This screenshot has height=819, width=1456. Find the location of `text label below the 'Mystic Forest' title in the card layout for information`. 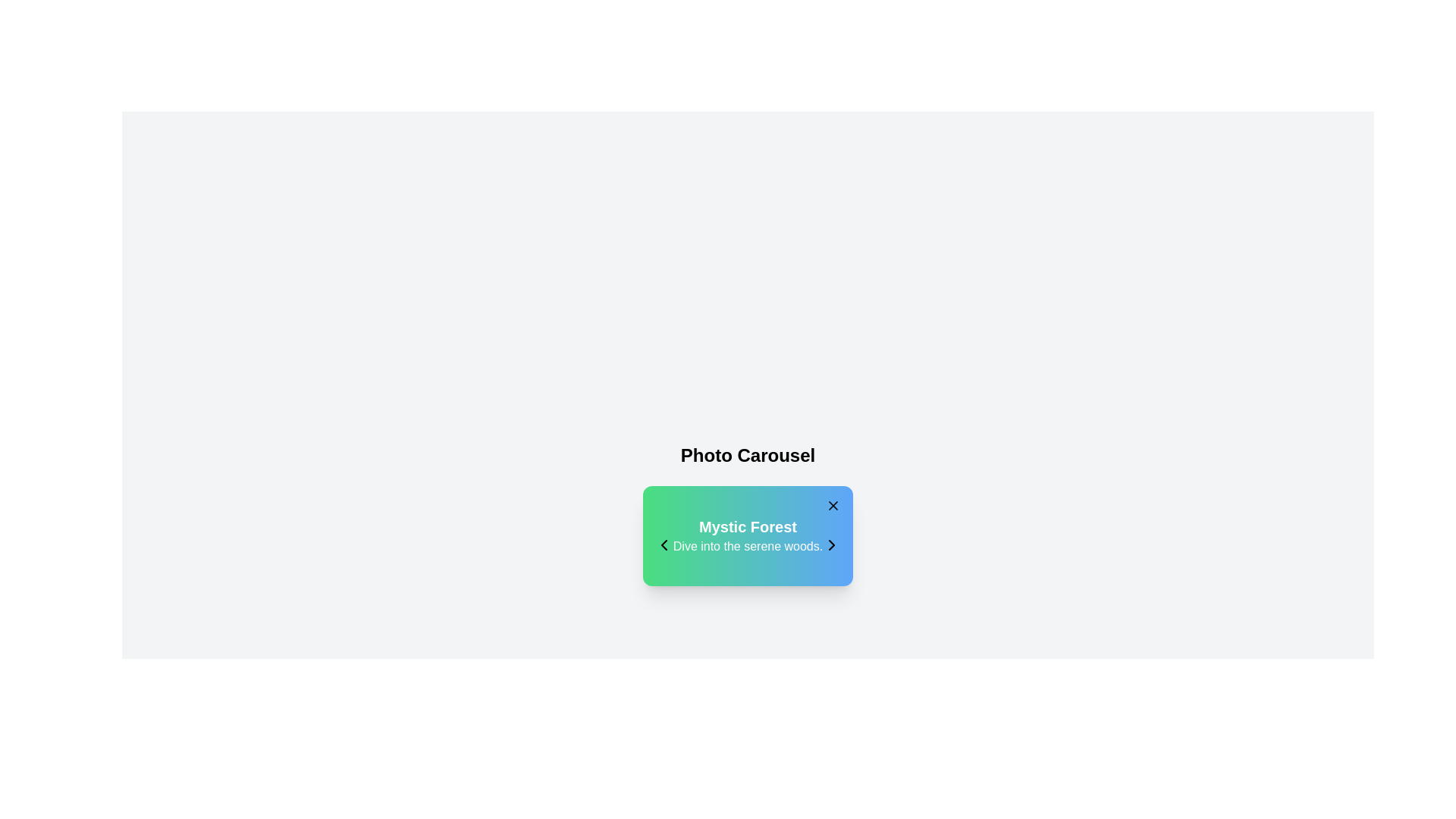

text label below the 'Mystic Forest' title in the card layout for information is located at coordinates (748, 547).